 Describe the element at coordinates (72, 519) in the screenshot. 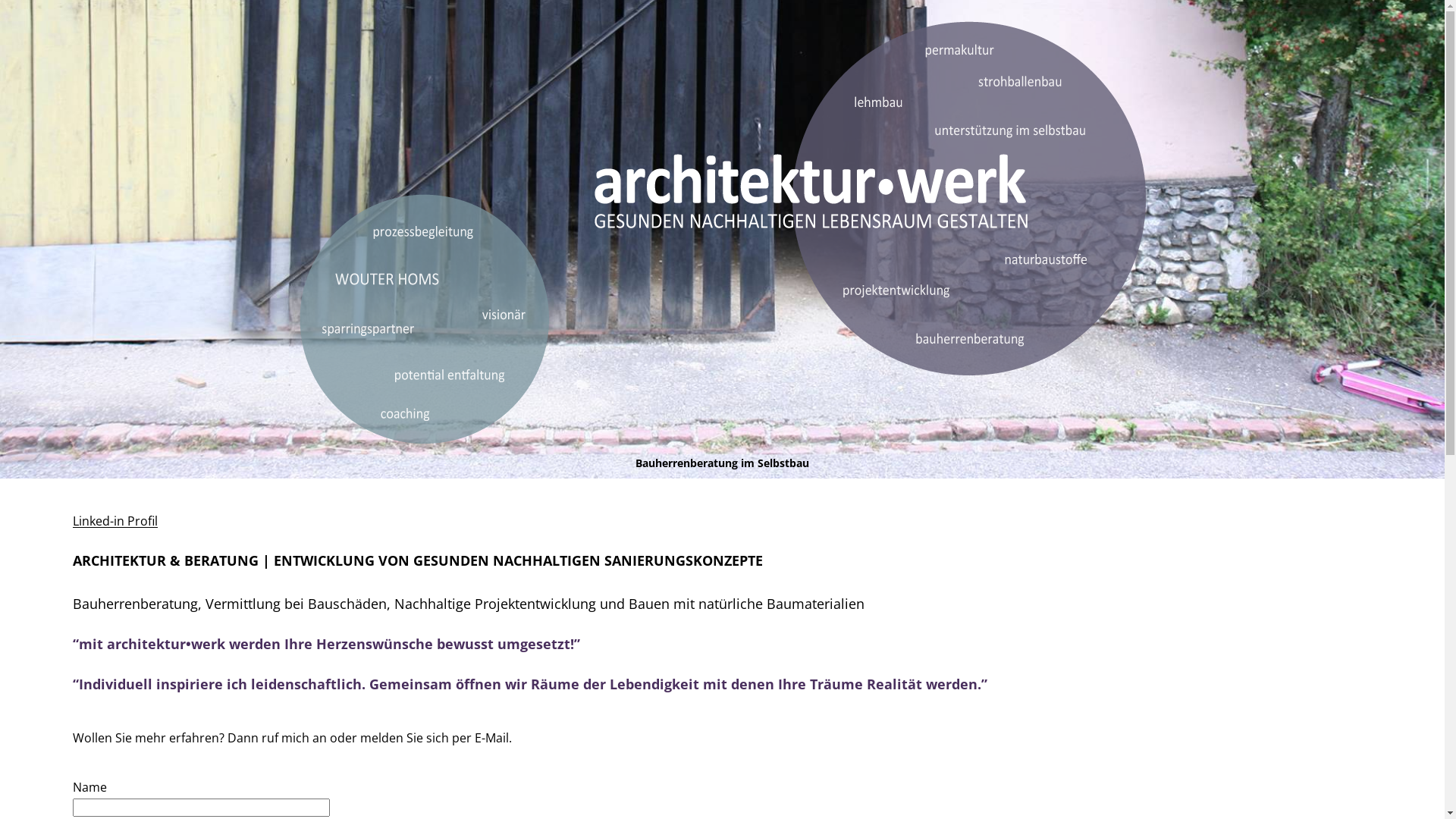

I see `'Linked-in Profil'` at that location.